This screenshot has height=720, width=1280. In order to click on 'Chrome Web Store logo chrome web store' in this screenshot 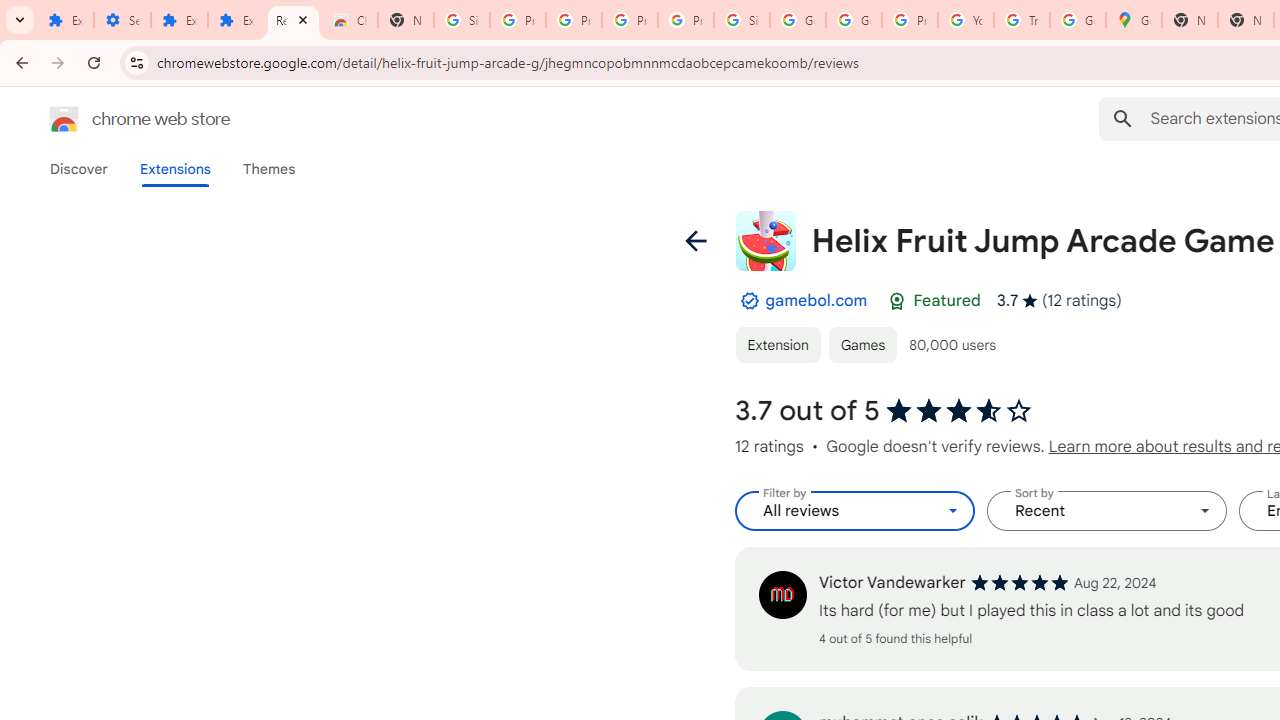, I will do `click(118, 119)`.